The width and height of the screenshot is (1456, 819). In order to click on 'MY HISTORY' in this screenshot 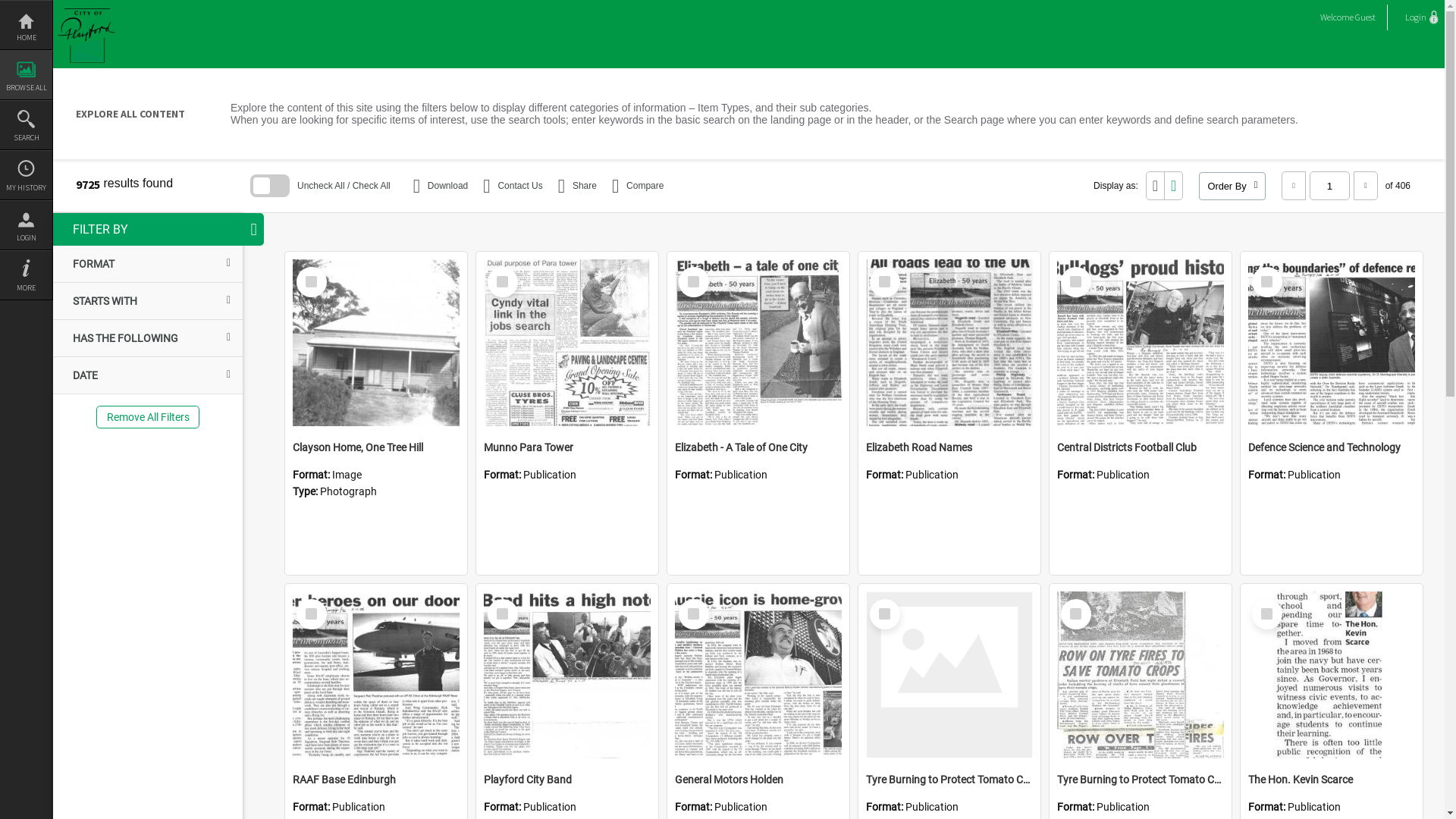, I will do `click(26, 174)`.